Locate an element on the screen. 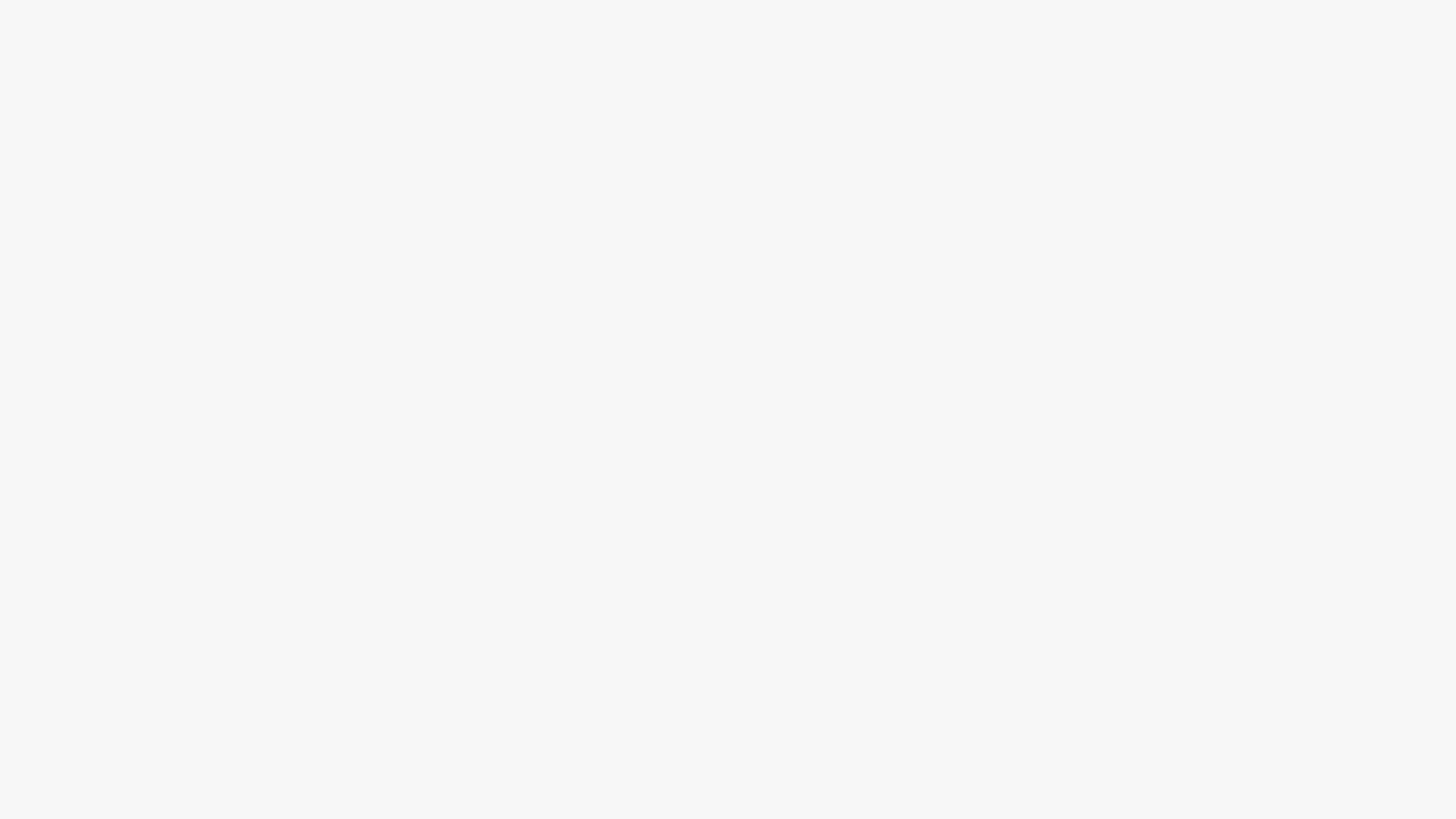 This screenshot has height=819, width=1456. Toggle password visibility is located at coordinates (878, 184).